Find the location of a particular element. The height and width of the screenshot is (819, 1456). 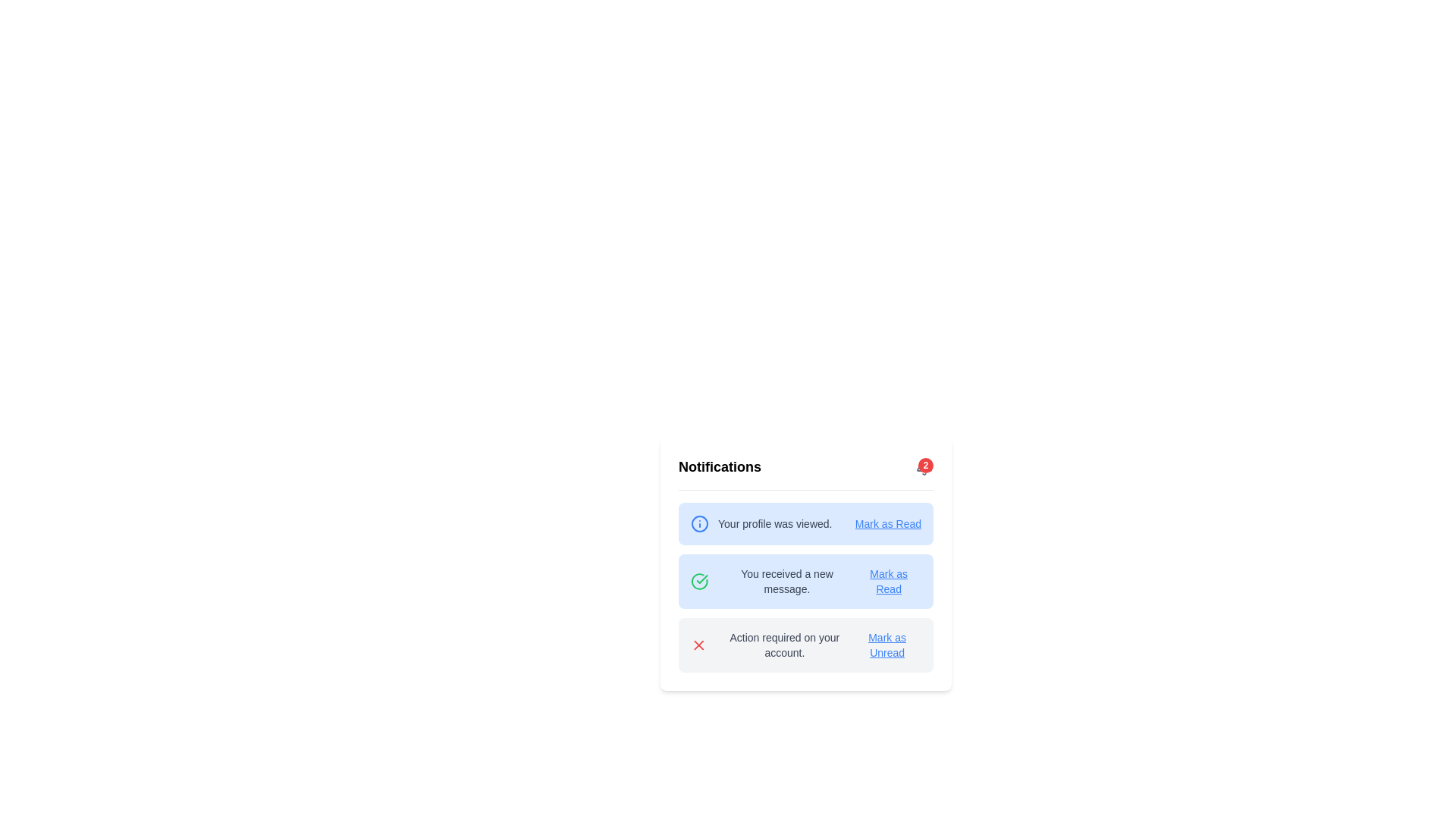

the error/warning icon located in the third row of the notification list, next to the 'Action required on your account' message is located at coordinates (698, 645).